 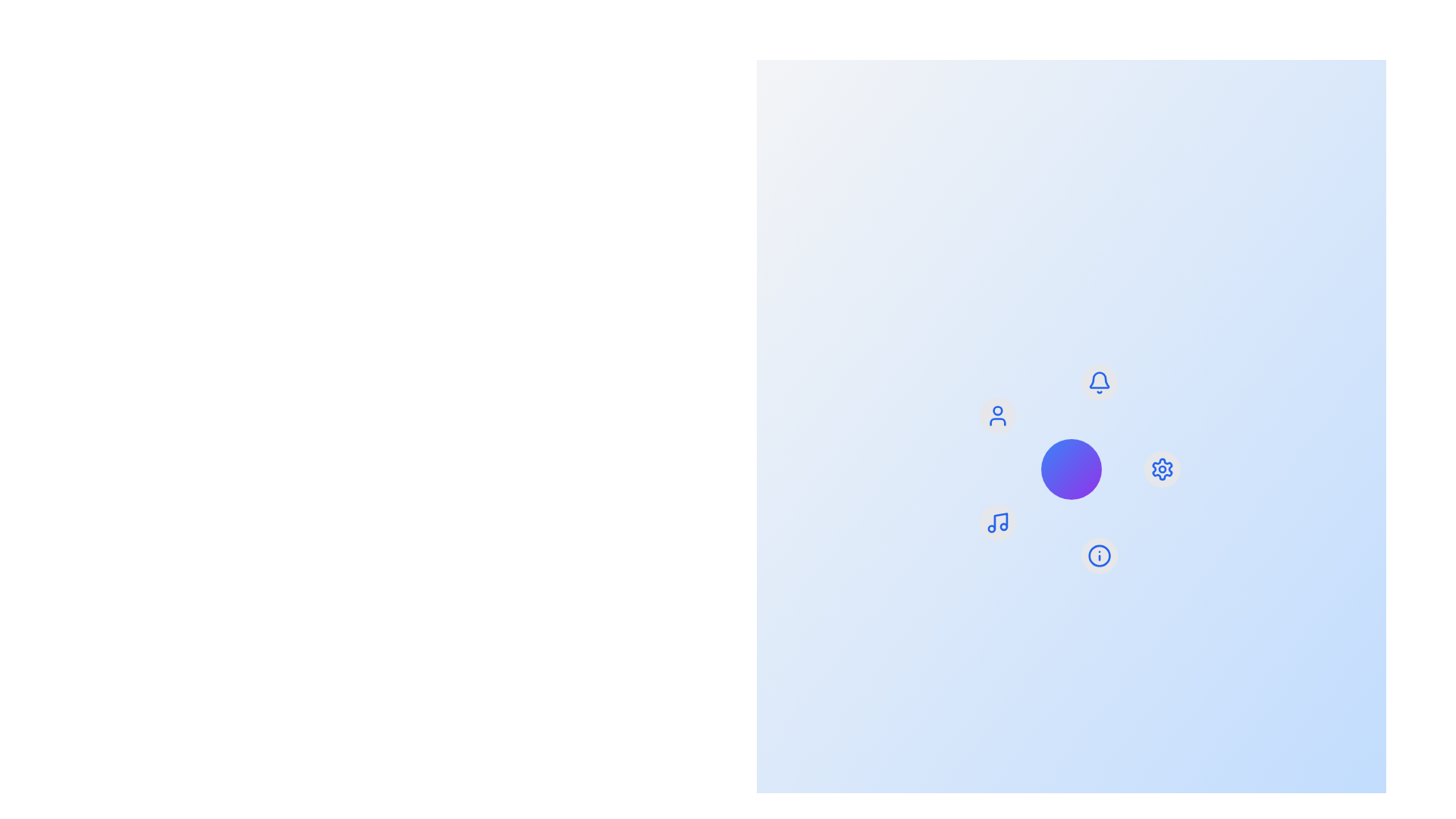 What do you see at coordinates (997, 522) in the screenshot?
I see `the menu item labeled Music by clicking its corresponding icon` at bounding box center [997, 522].